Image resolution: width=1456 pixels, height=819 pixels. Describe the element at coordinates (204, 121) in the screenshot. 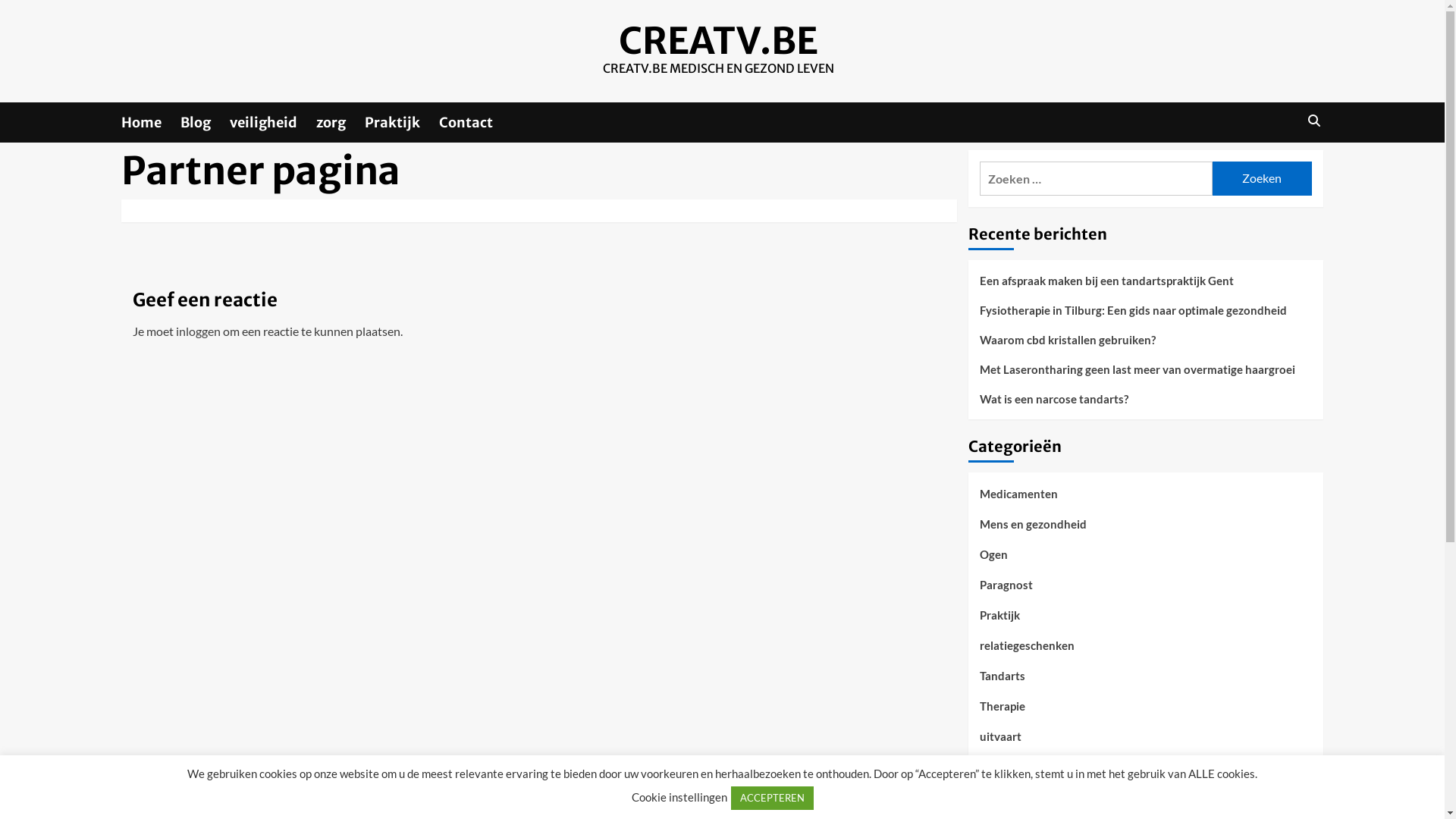

I see `'Blog'` at that location.